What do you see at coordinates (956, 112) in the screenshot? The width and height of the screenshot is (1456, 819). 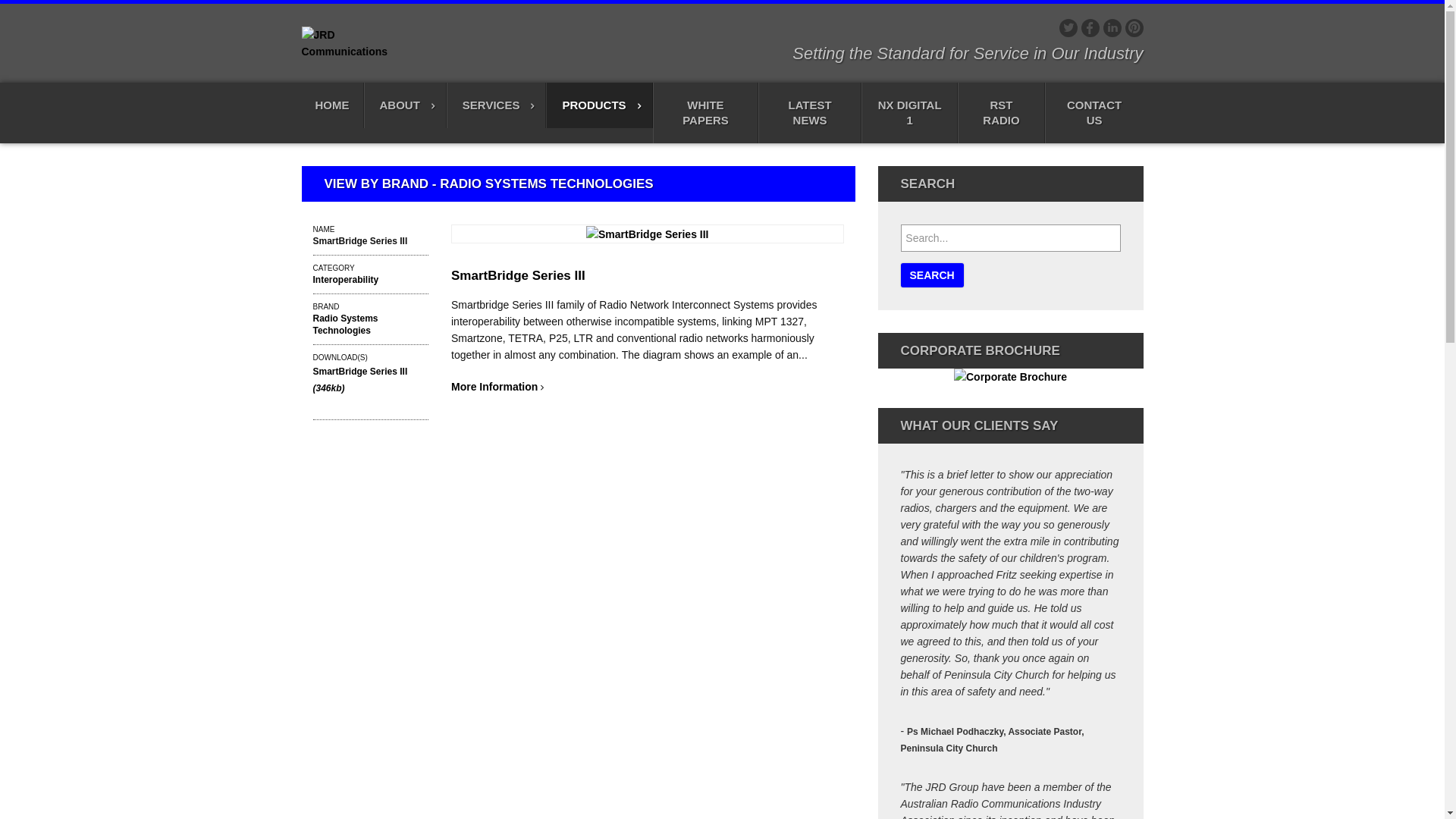 I see `'RST RADIO'` at bounding box center [956, 112].